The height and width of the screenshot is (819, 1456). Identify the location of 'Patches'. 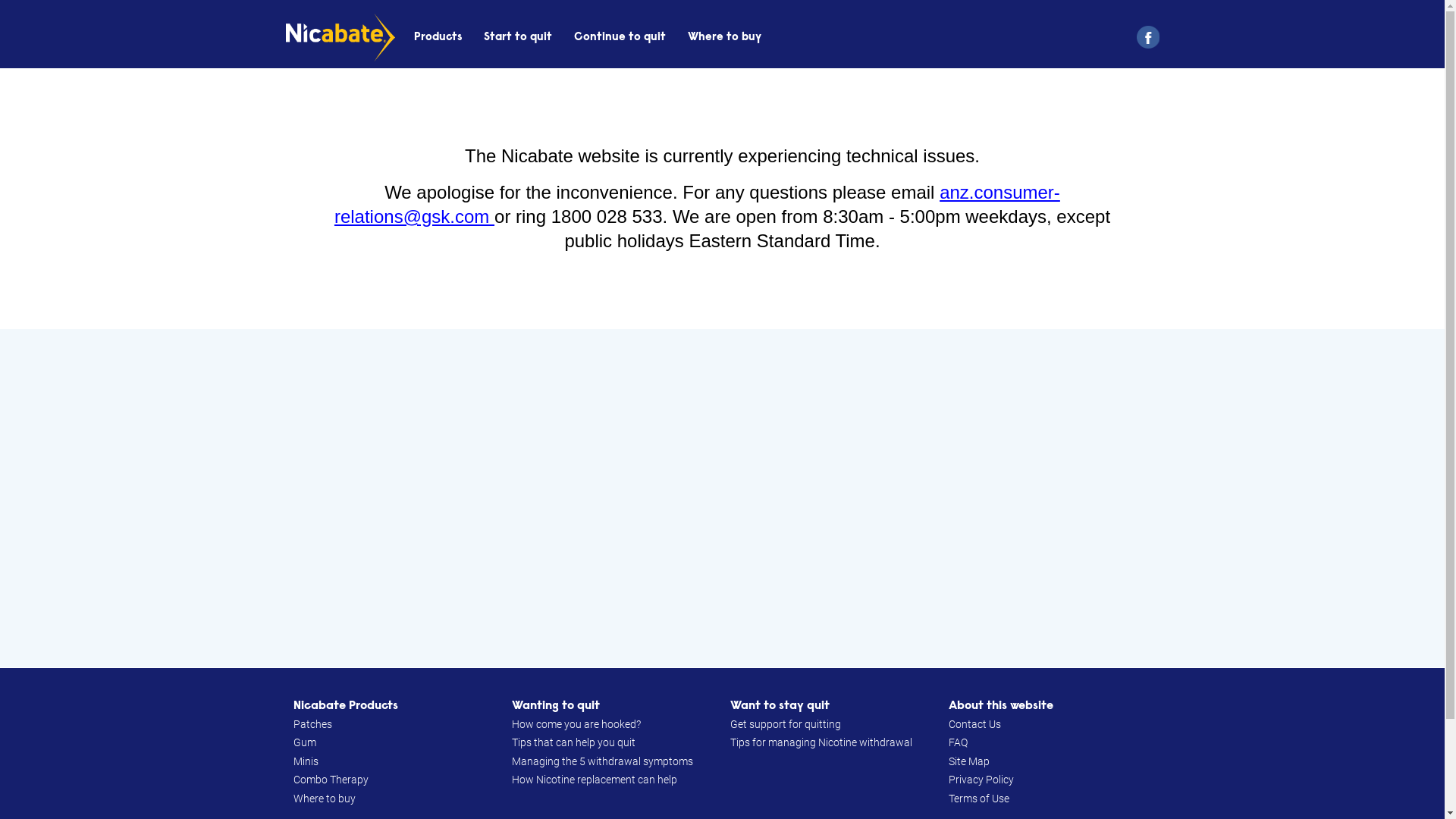
(311, 723).